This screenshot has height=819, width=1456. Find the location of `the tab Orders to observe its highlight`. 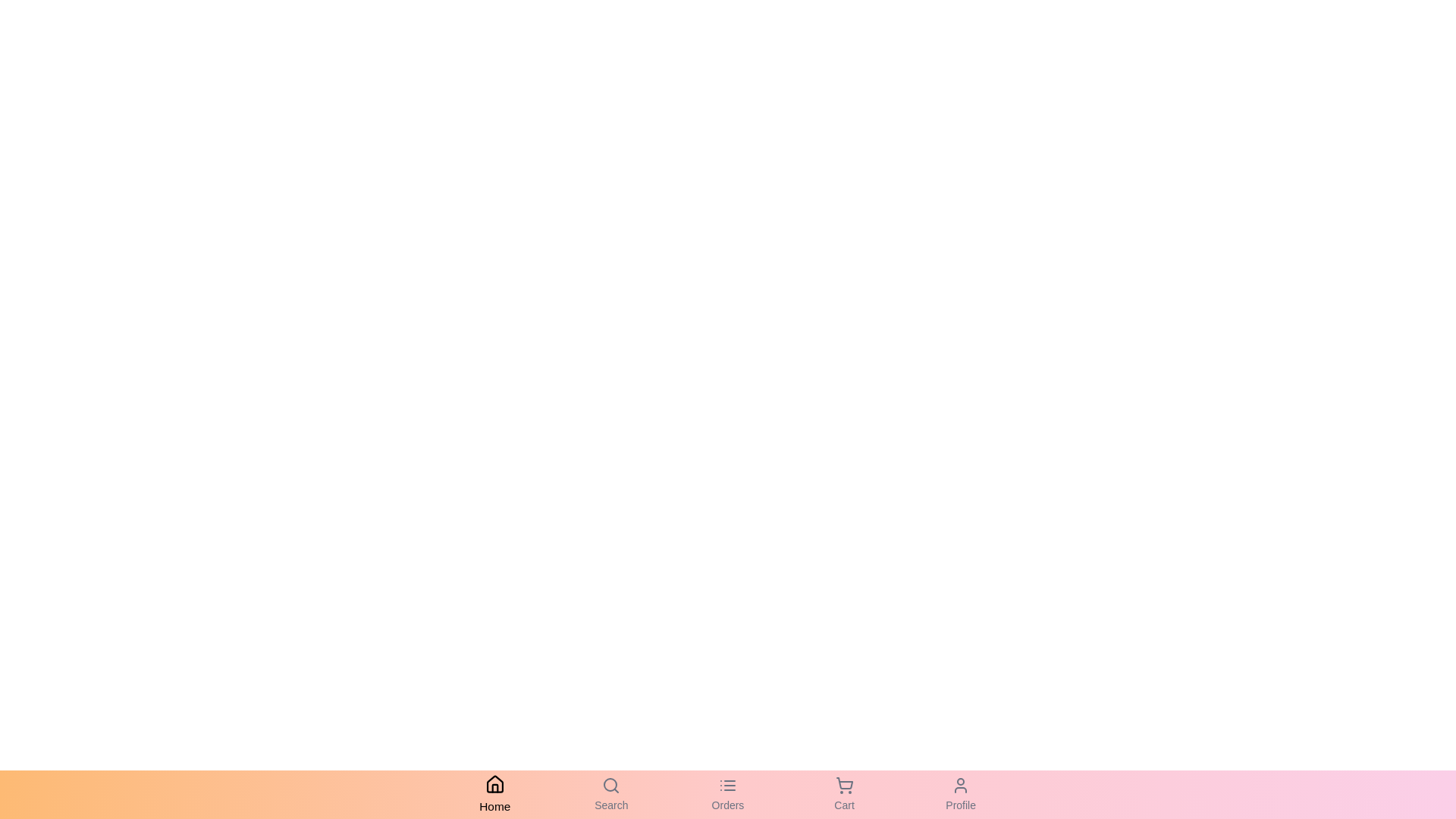

the tab Orders to observe its highlight is located at coordinates (728, 794).